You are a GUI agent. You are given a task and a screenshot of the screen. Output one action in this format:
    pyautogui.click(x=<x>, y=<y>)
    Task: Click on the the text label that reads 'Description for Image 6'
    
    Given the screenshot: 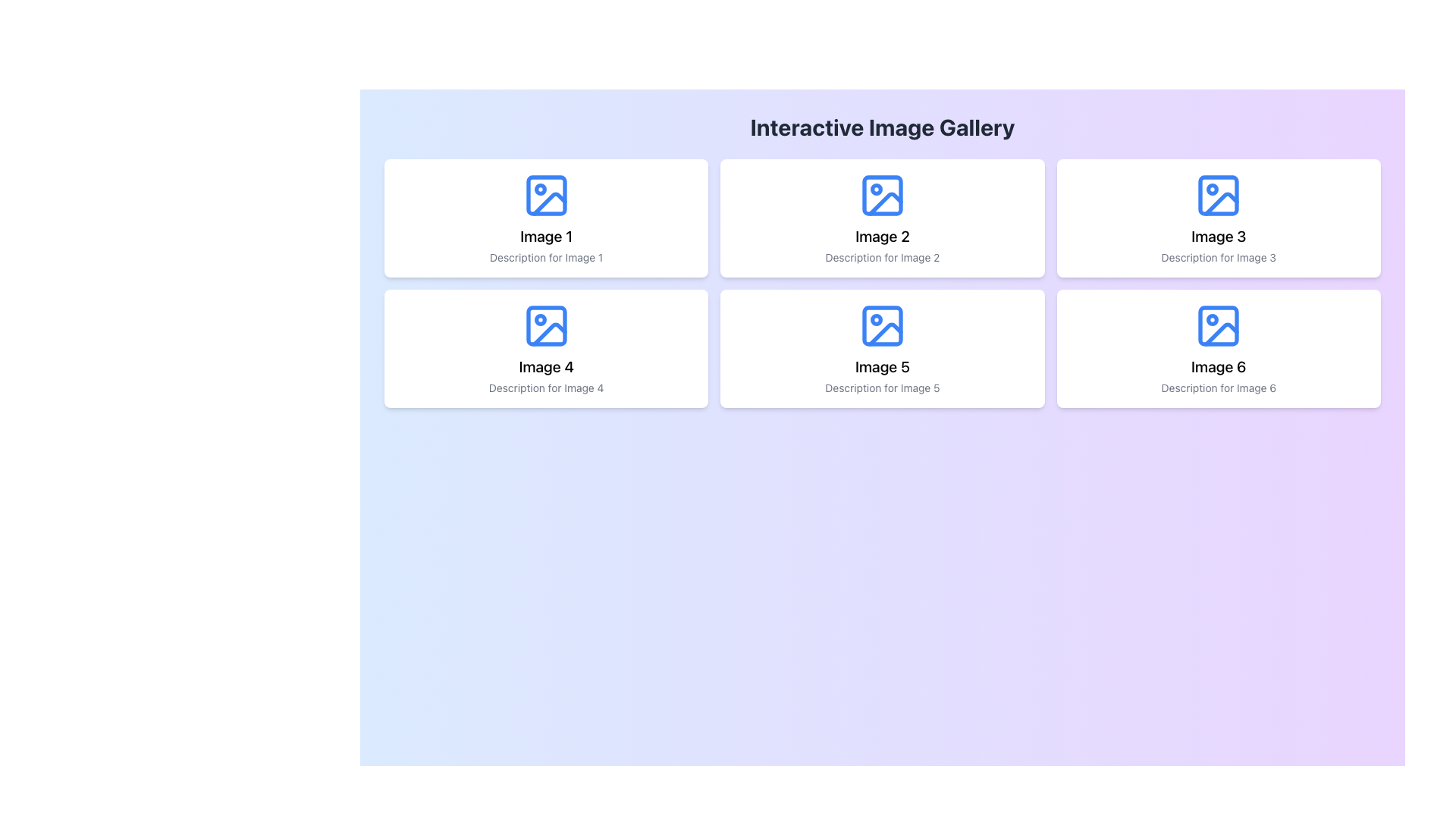 What is the action you would take?
    pyautogui.click(x=1219, y=388)
    